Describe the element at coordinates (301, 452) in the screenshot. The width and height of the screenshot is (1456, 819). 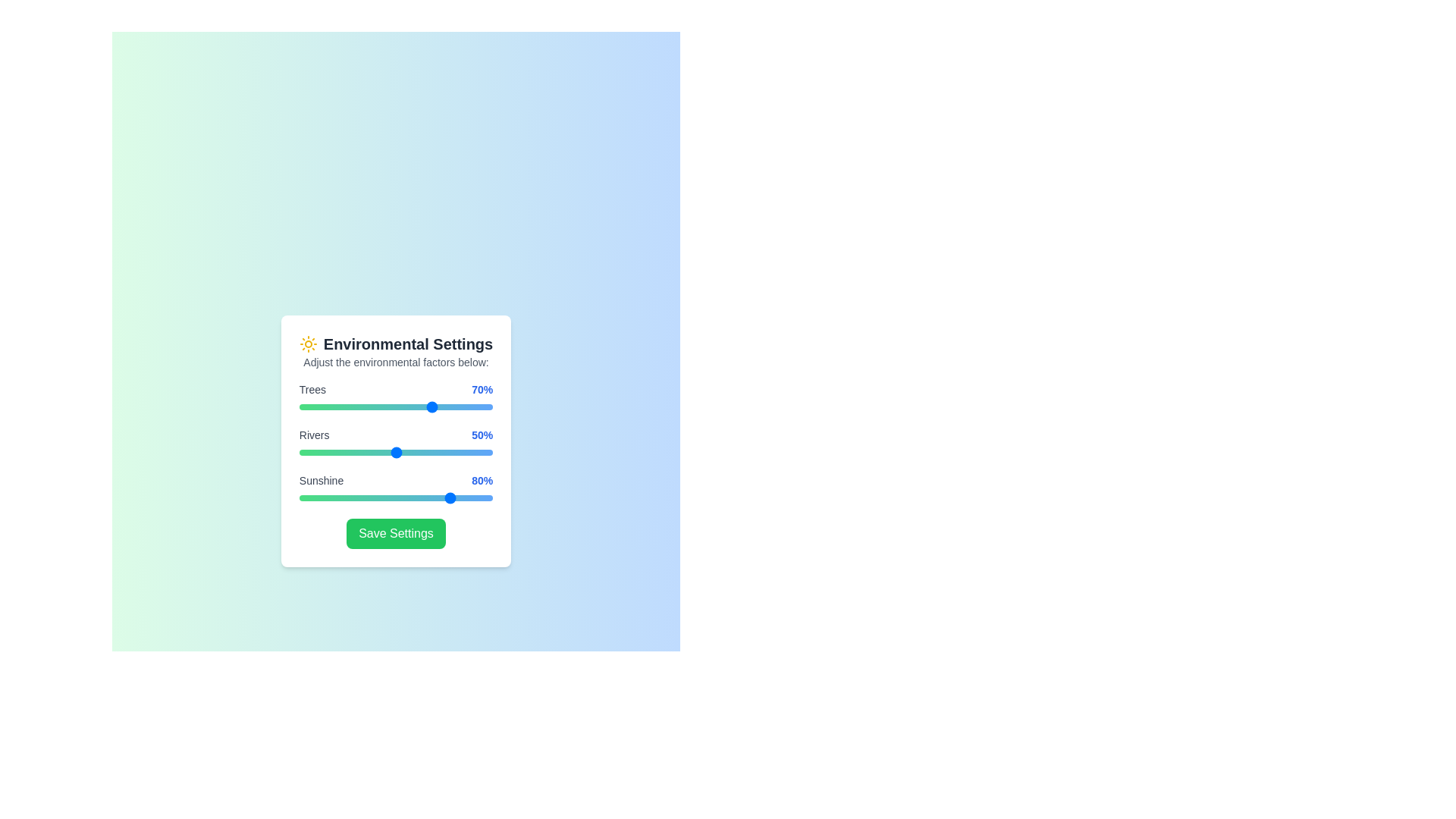
I see `the 1 slider to 1%` at that location.